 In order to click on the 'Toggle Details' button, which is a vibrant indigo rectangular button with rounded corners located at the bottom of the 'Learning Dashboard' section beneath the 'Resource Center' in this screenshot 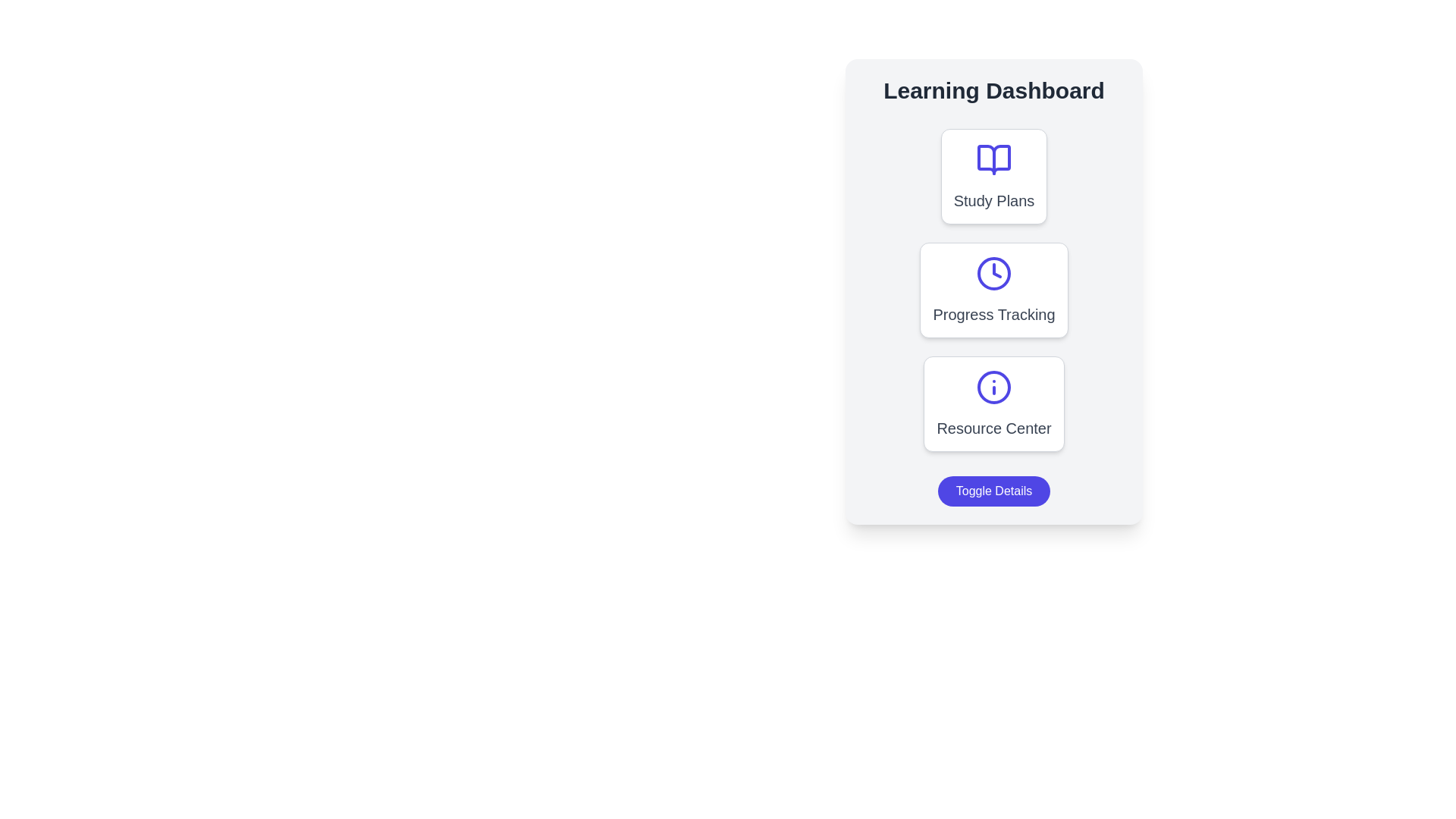, I will do `click(993, 491)`.